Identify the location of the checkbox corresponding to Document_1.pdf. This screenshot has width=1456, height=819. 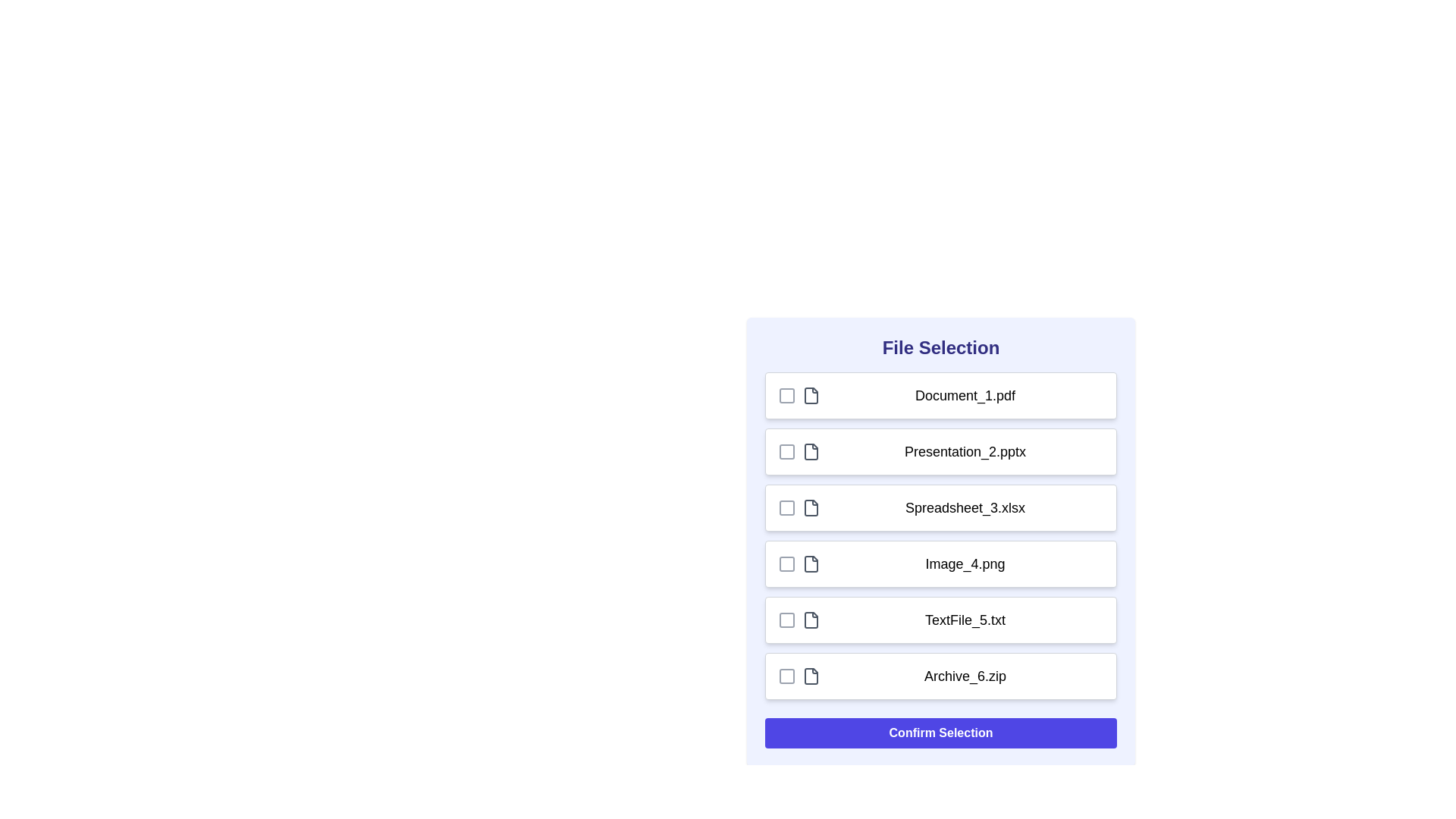
(786, 394).